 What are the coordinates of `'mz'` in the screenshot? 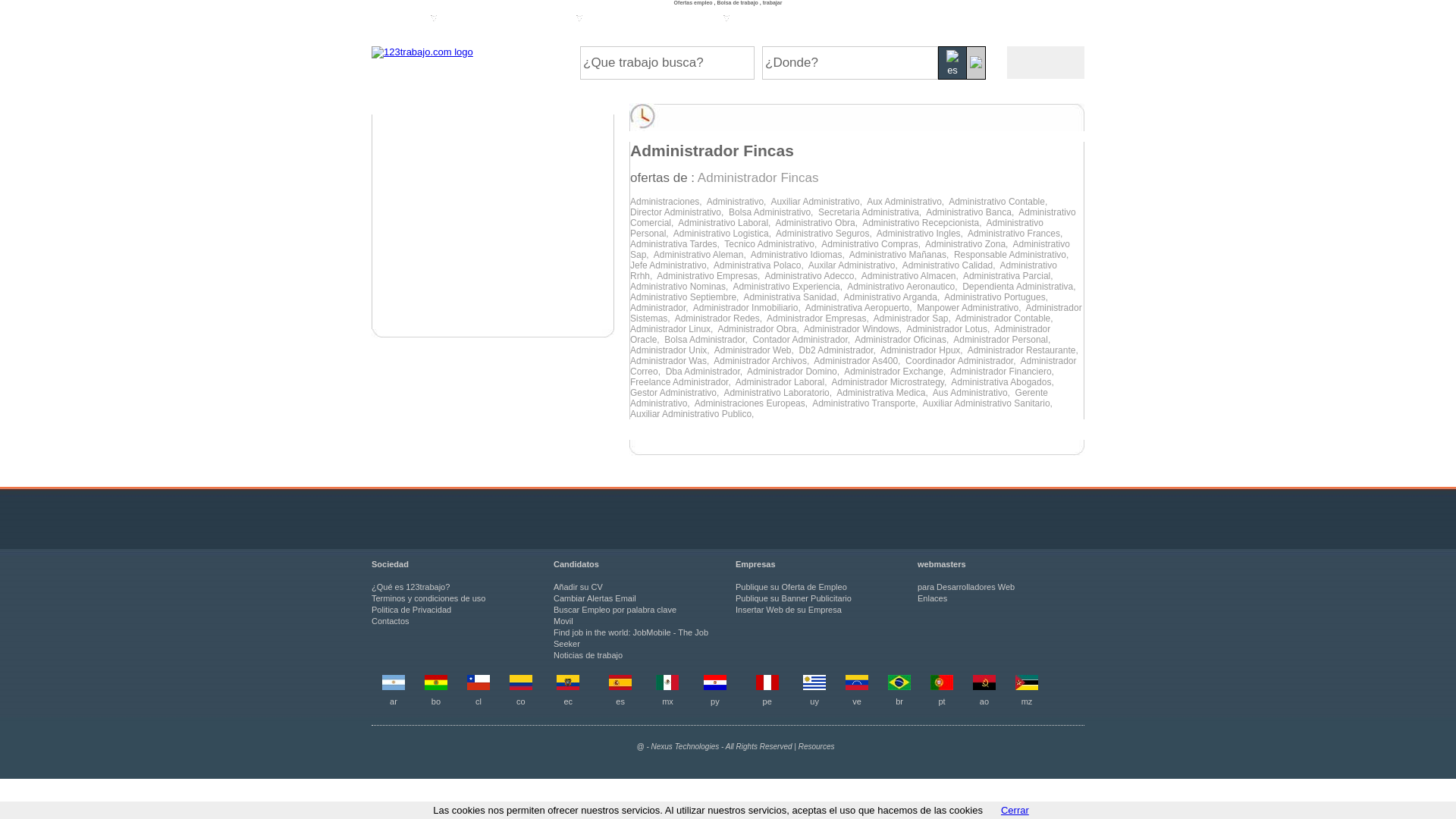 It's located at (1027, 701).